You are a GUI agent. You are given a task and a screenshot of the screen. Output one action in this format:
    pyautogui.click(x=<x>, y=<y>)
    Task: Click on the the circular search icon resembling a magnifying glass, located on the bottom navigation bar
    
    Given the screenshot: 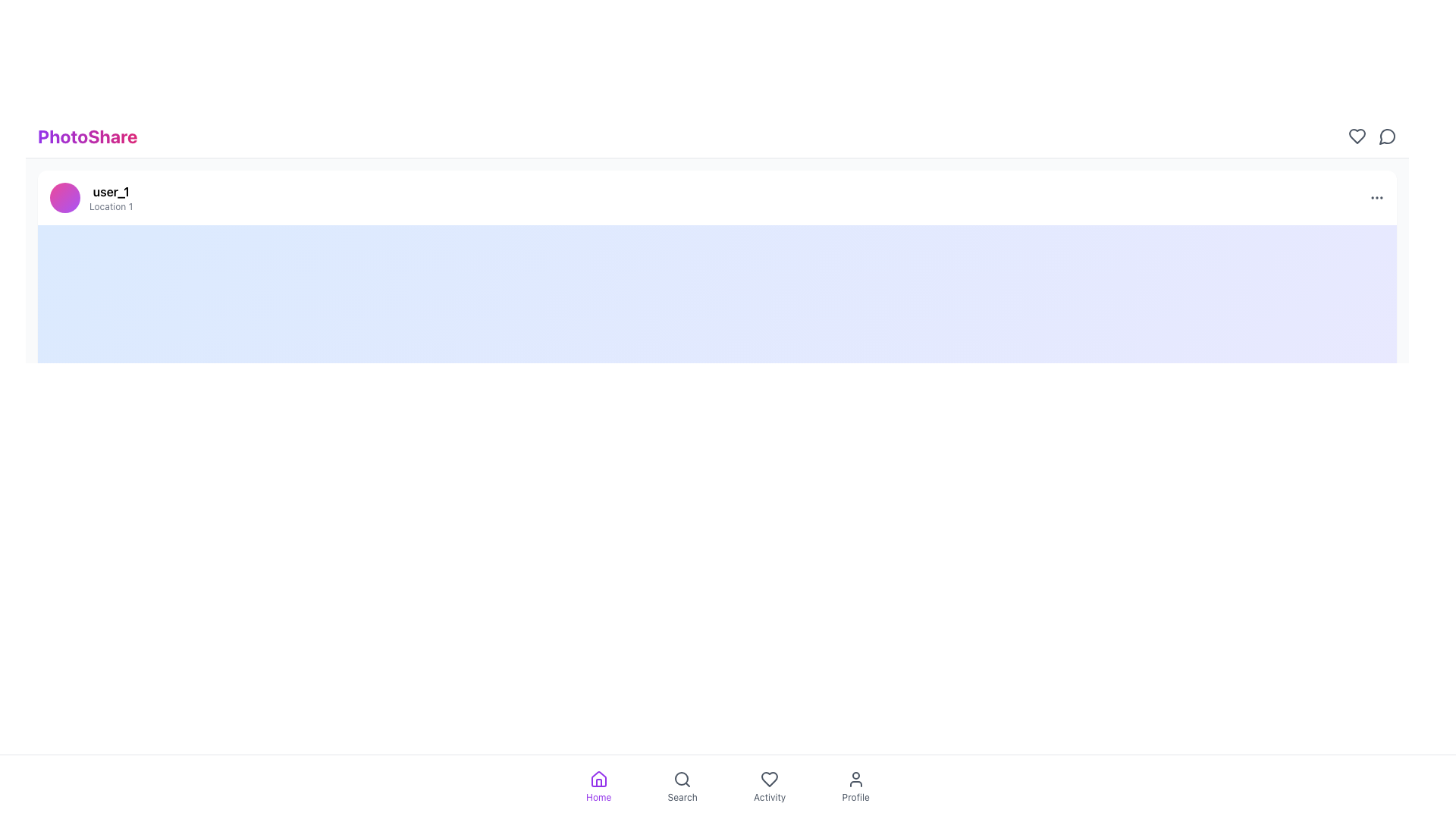 What is the action you would take?
    pyautogui.click(x=682, y=780)
    